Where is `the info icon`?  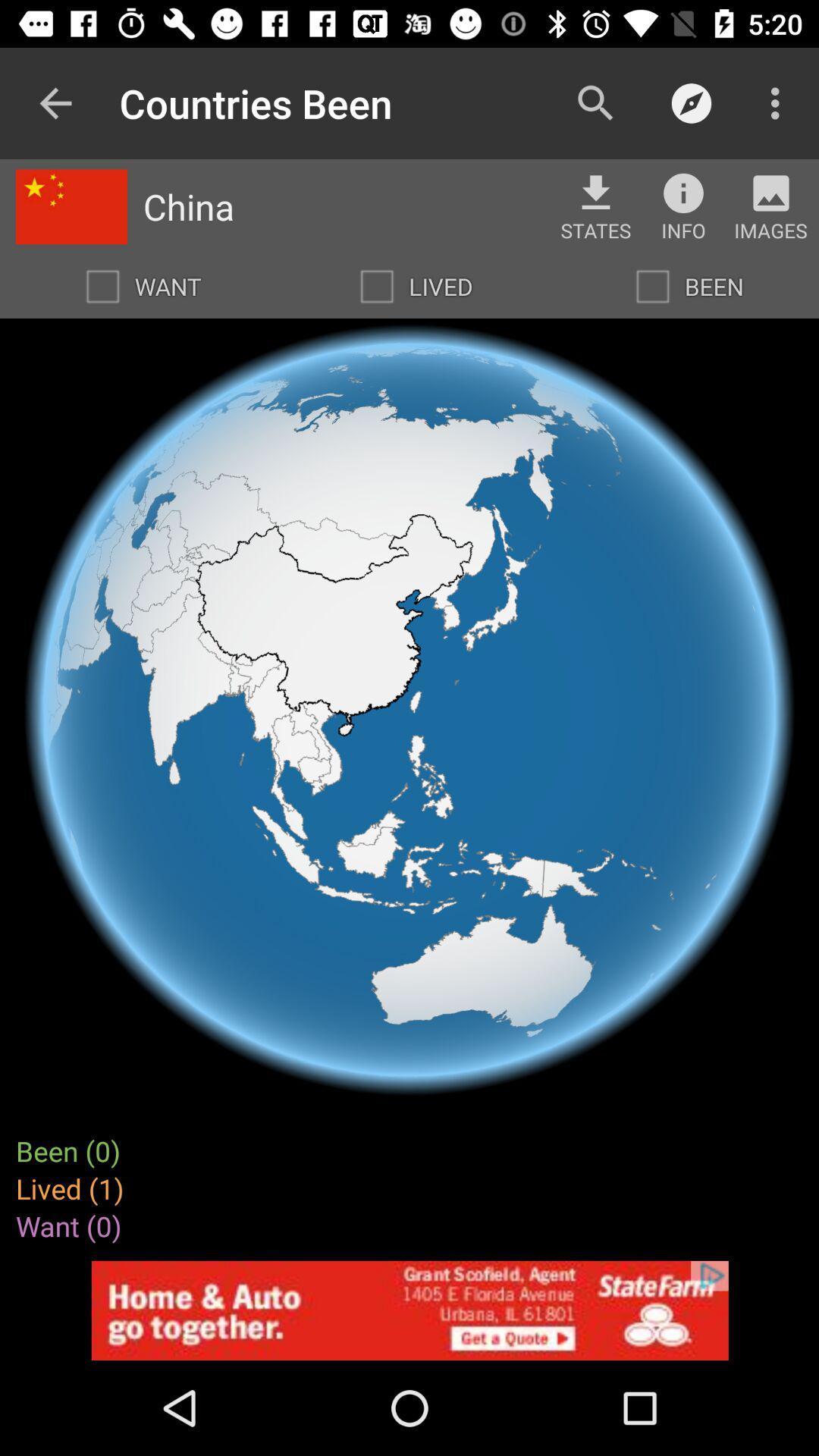 the info icon is located at coordinates (683, 192).